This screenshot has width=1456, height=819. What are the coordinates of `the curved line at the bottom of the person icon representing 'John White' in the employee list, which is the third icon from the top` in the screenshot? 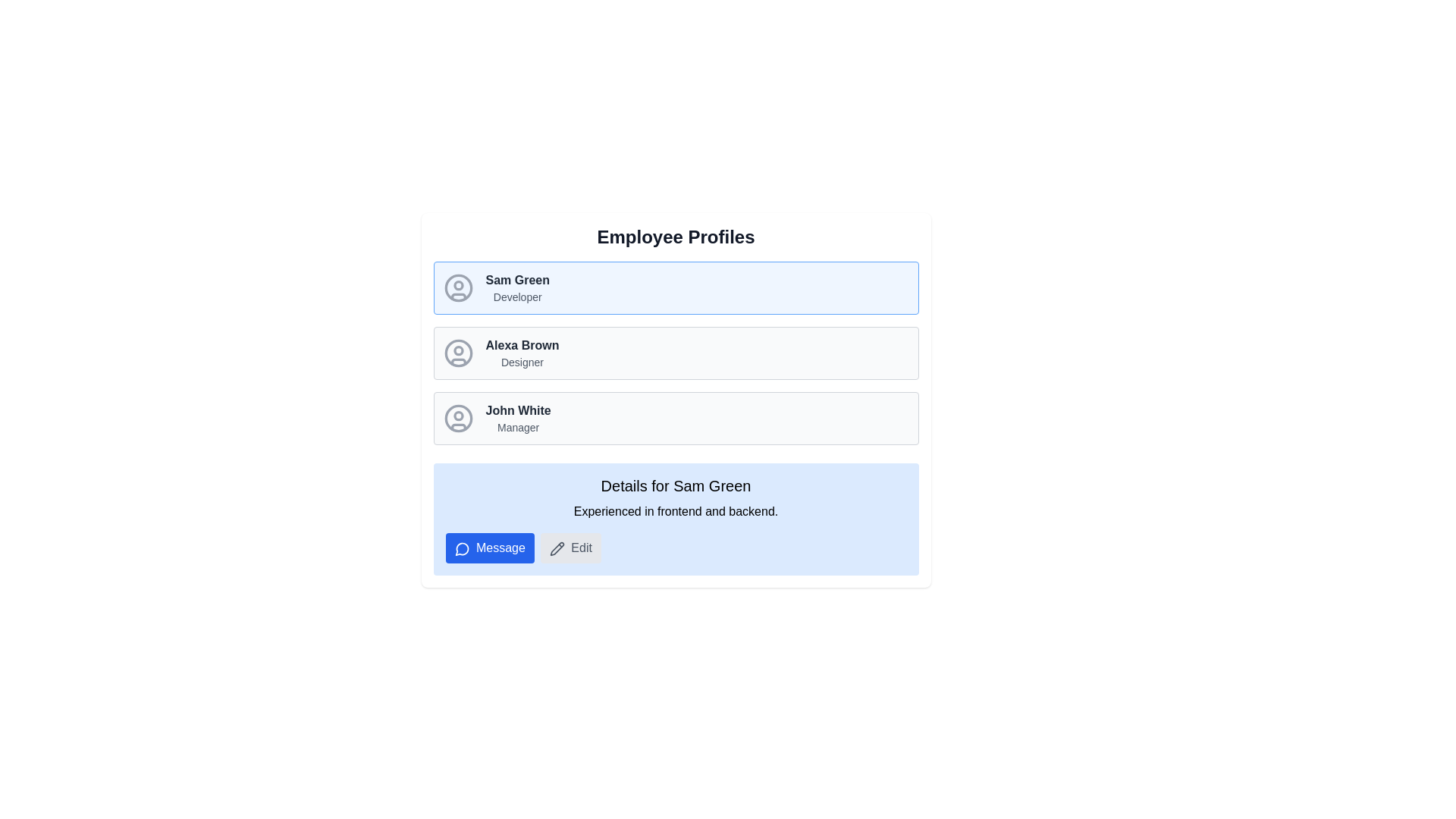 It's located at (457, 427).